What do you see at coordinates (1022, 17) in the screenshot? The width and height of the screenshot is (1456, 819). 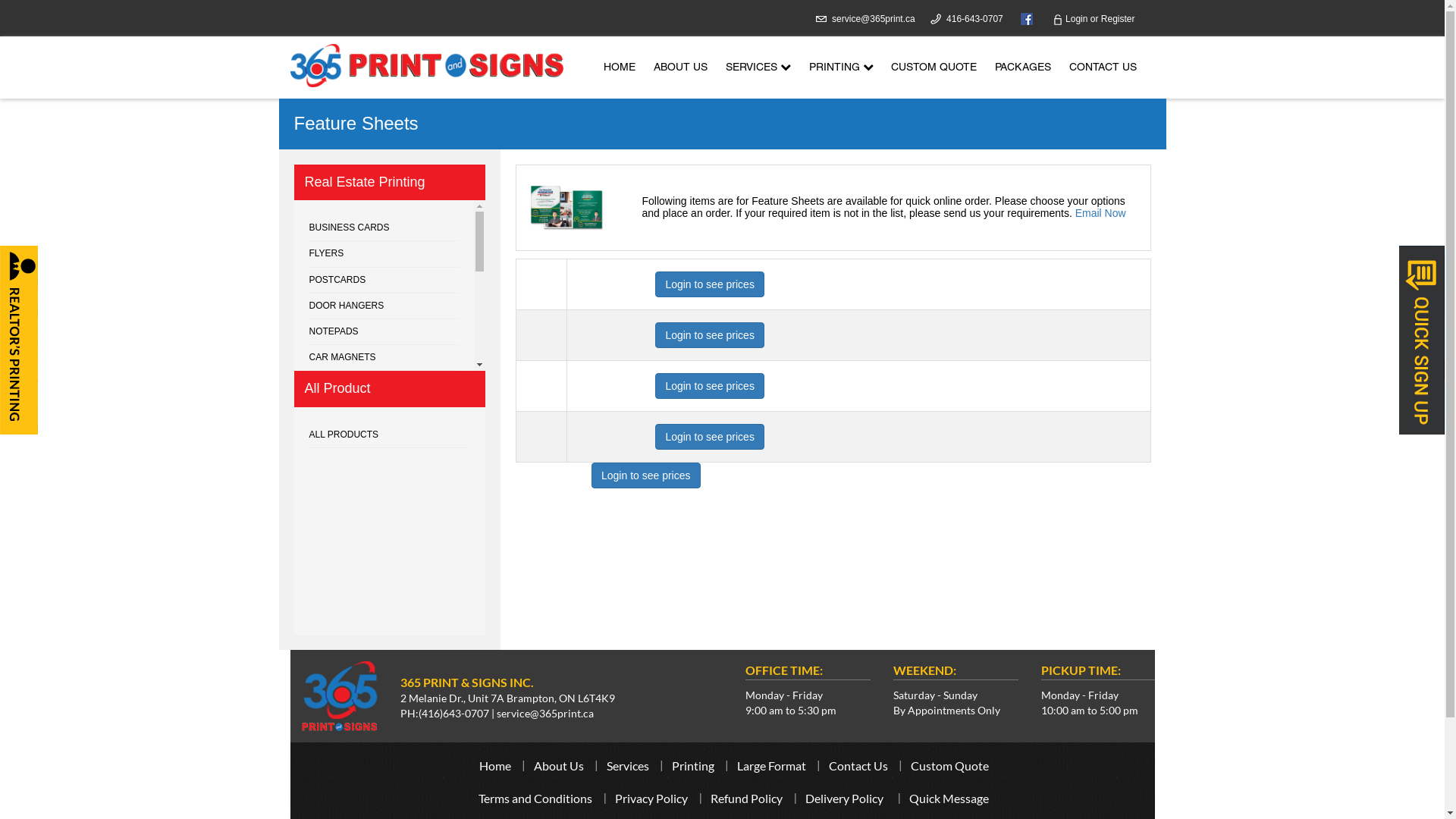 I see `'Facebook'` at bounding box center [1022, 17].